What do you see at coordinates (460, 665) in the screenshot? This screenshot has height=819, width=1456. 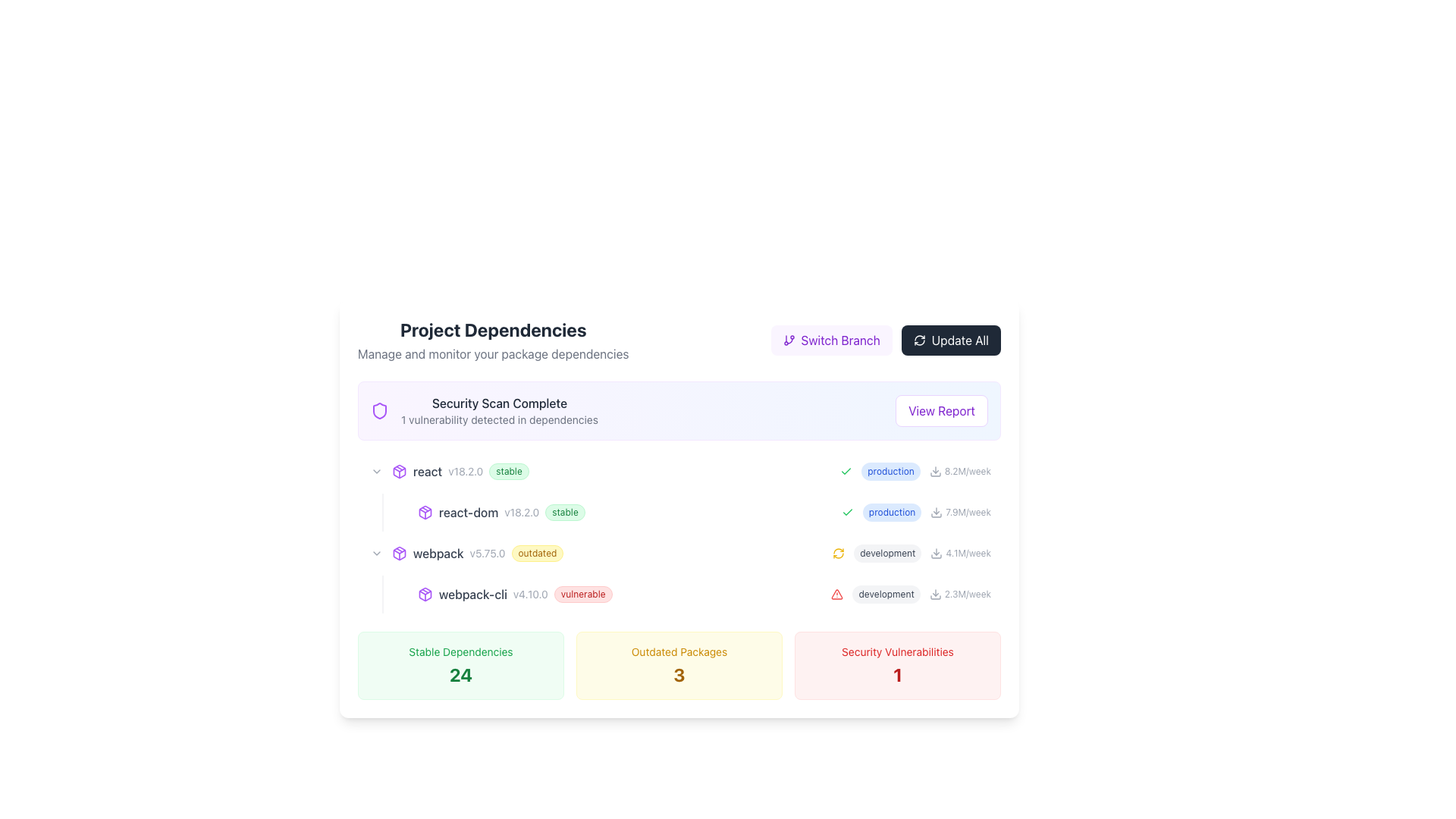 I see `the information displayed on the rectangular informational card with a green background that shows 'Stable Dependencies' at the top and the number '24' centered below it` at bounding box center [460, 665].